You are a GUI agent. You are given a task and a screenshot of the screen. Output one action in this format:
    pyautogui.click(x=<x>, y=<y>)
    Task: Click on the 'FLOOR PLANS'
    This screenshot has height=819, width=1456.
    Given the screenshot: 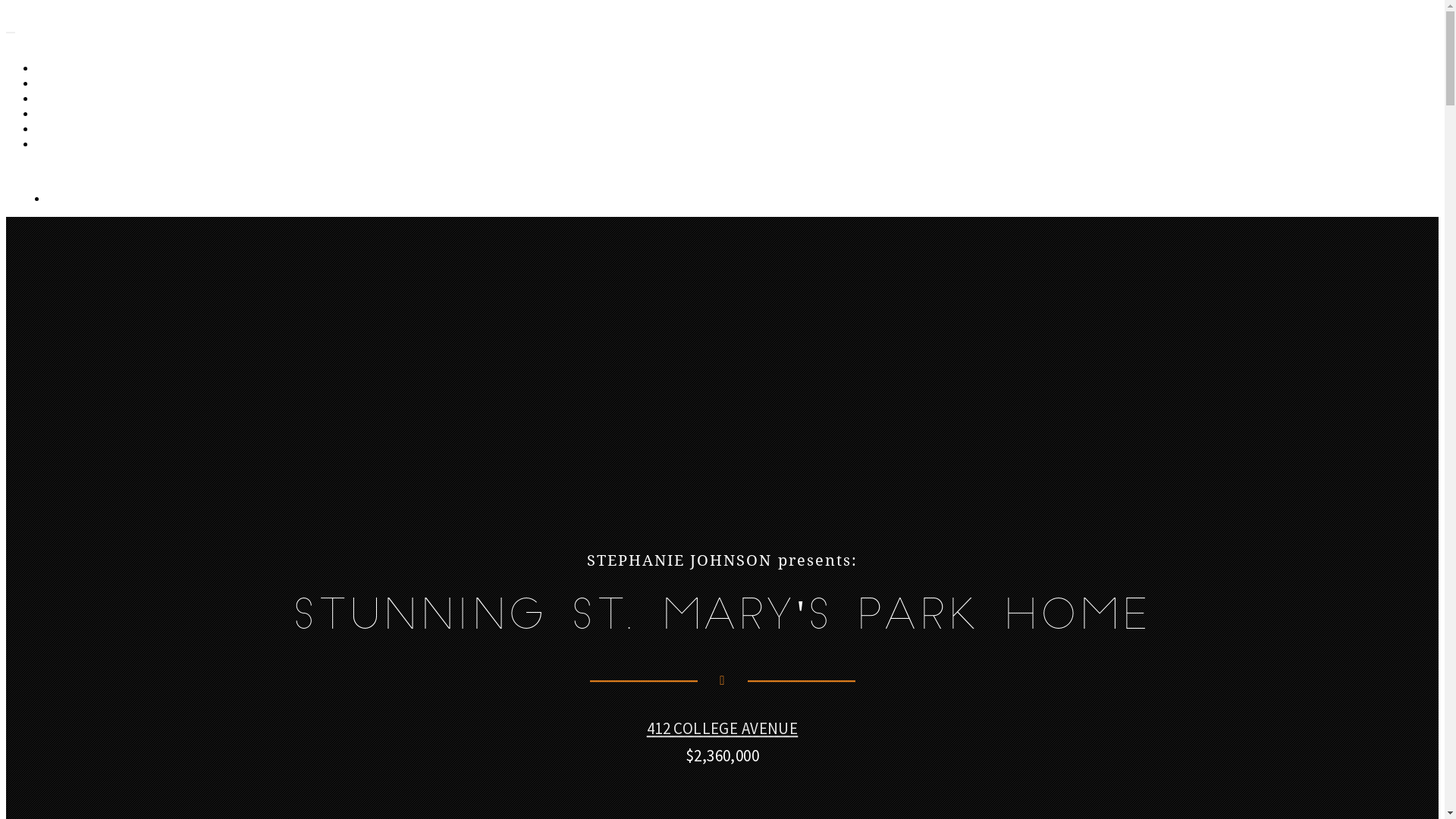 What is the action you would take?
    pyautogui.click(x=39, y=99)
    